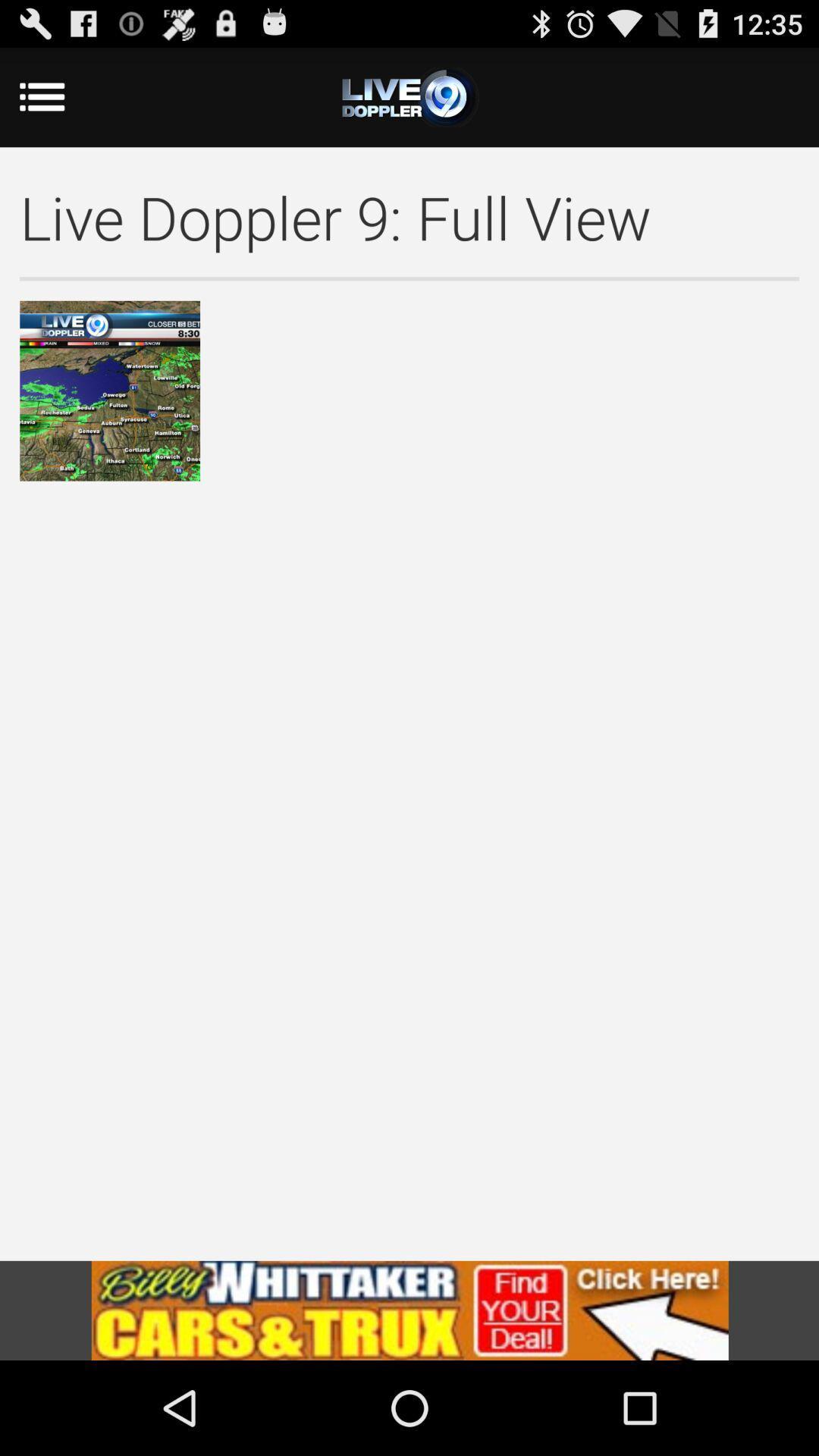 This screenshot has width=819, height=1456. Describe the element at coordinates (409, 1310) in the screenshot. I see `the item at the bottom` at that location.